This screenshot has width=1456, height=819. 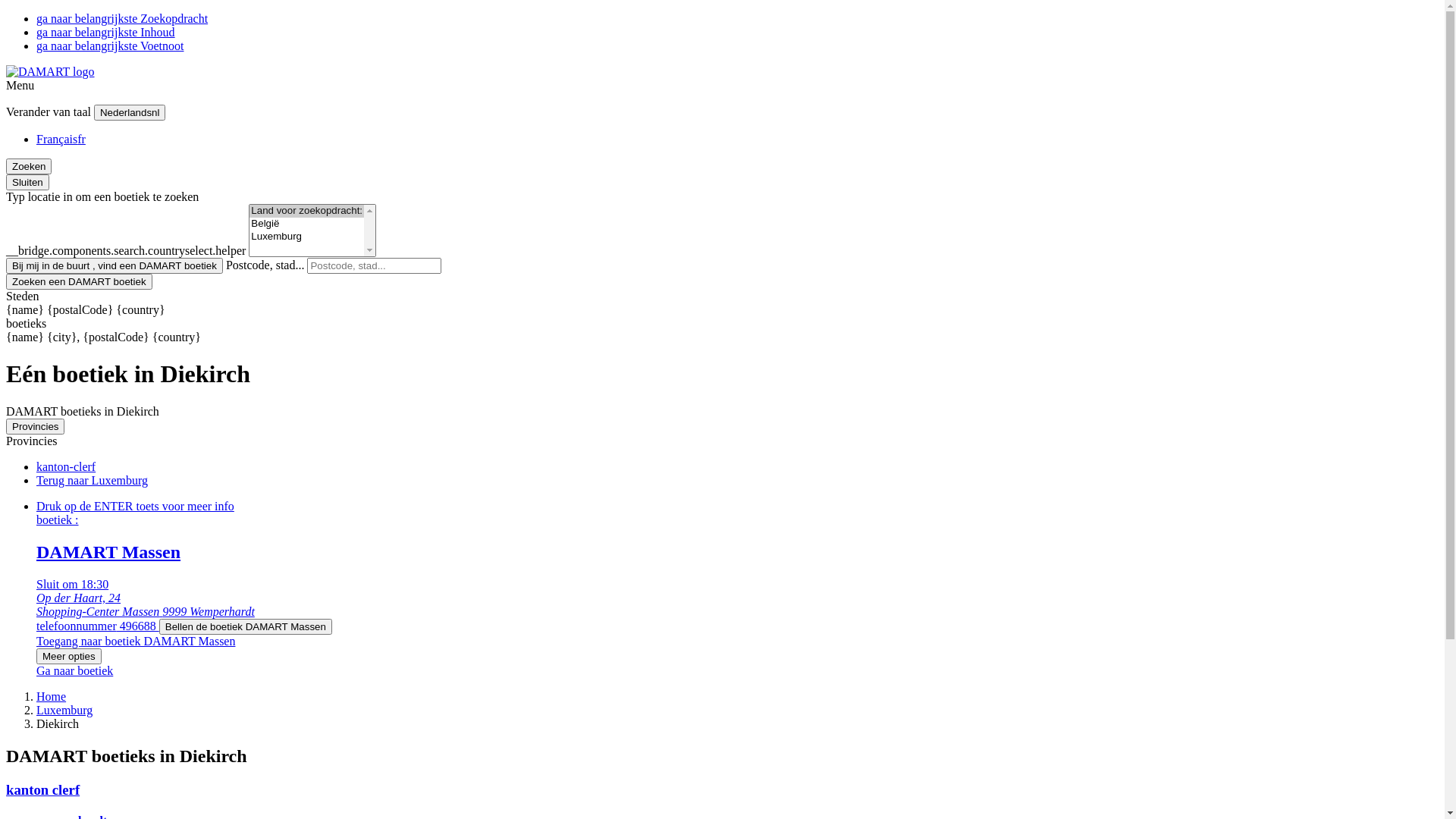 What do you see at coordinates (97, 626) in the screenshot?
I see `'telefoonnummer 496688'` at bounding box center [97, 626].